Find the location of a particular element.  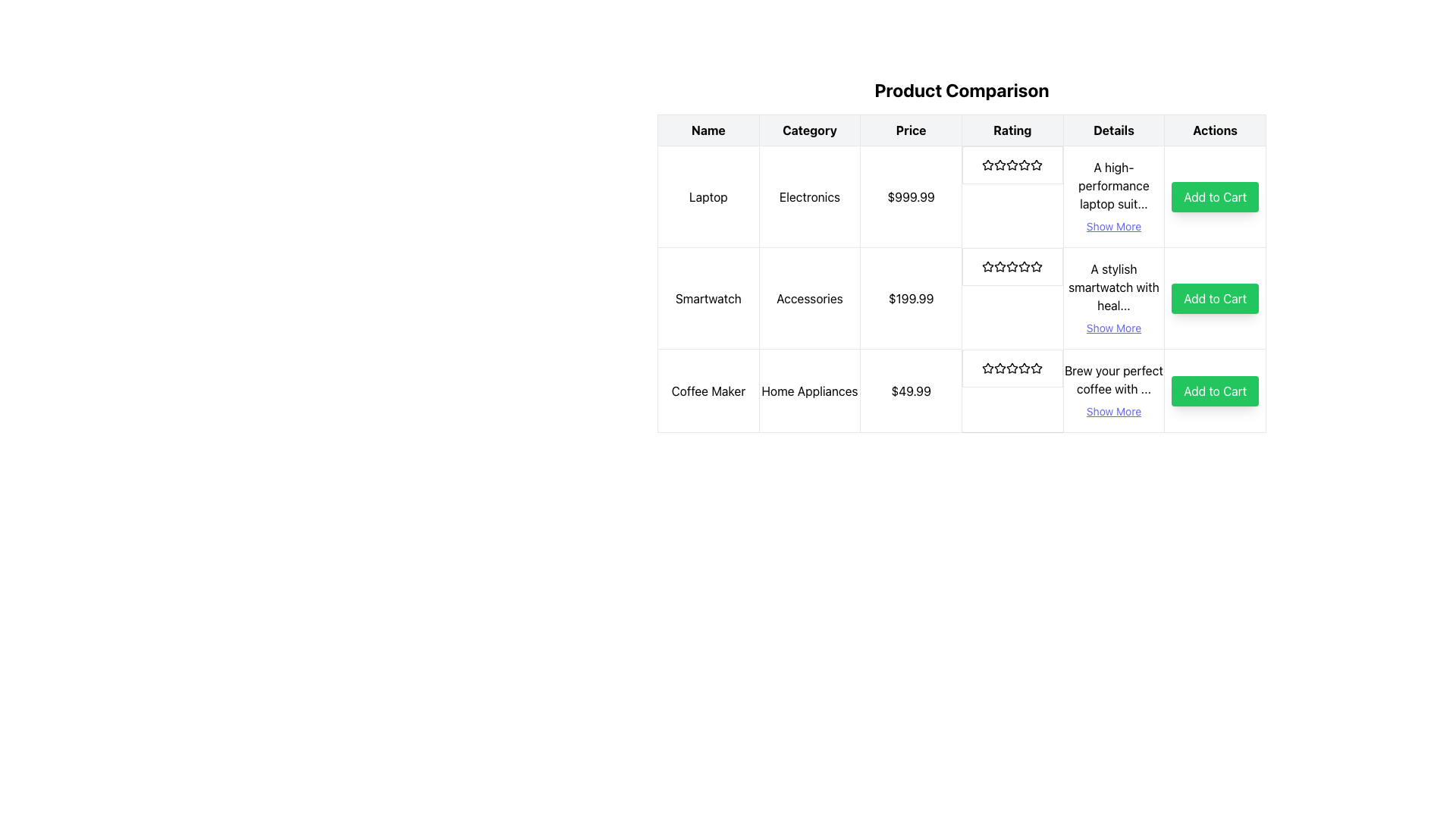

the Rating widget with stars that displays the user satisfaction rating for the 'Coffee Maker' product, located in the last row of the table under the 'Rating' column is located at coordinates (961, 390).